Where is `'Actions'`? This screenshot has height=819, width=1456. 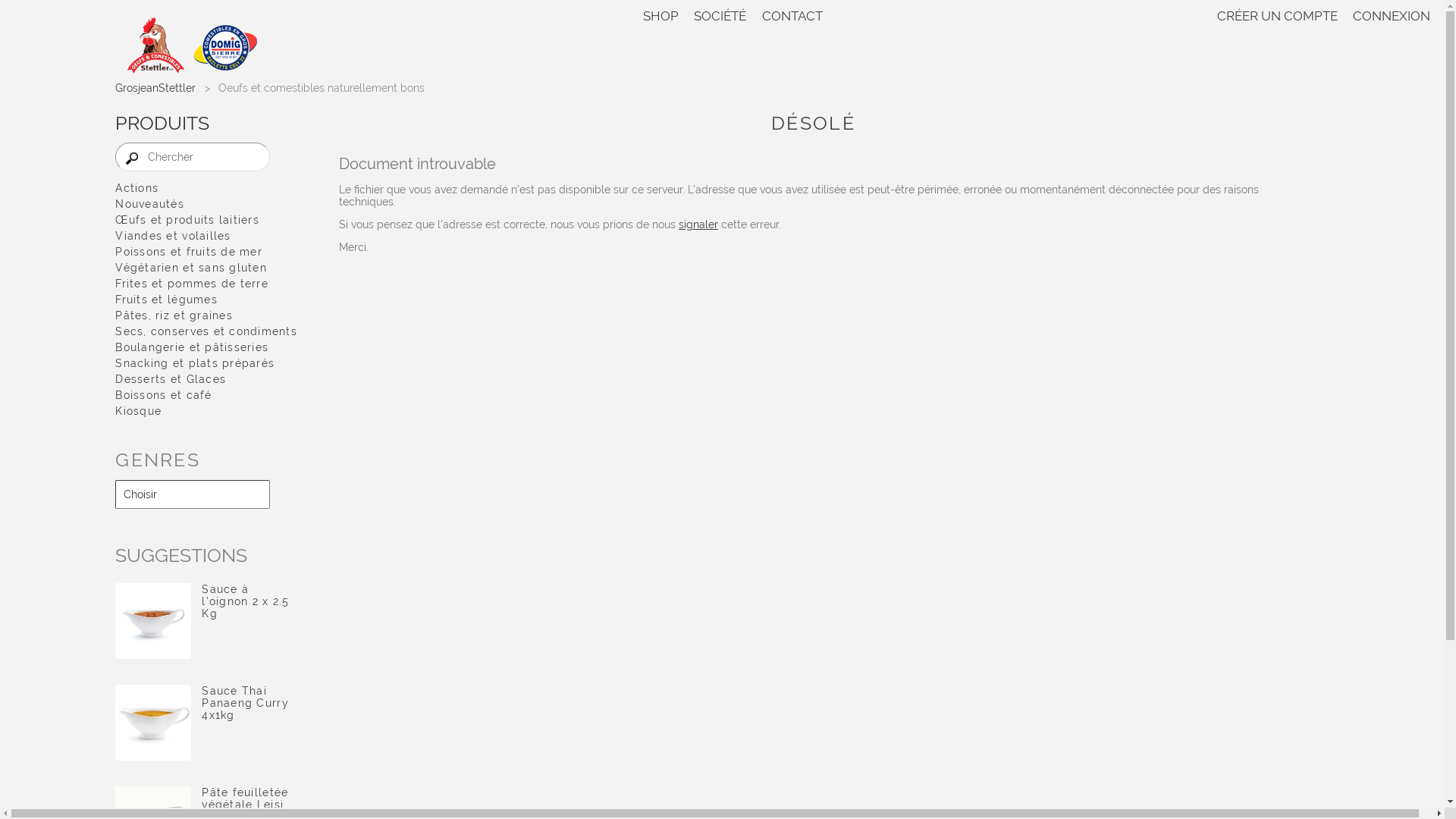
'Actions' is located at coordinates (206, 187).